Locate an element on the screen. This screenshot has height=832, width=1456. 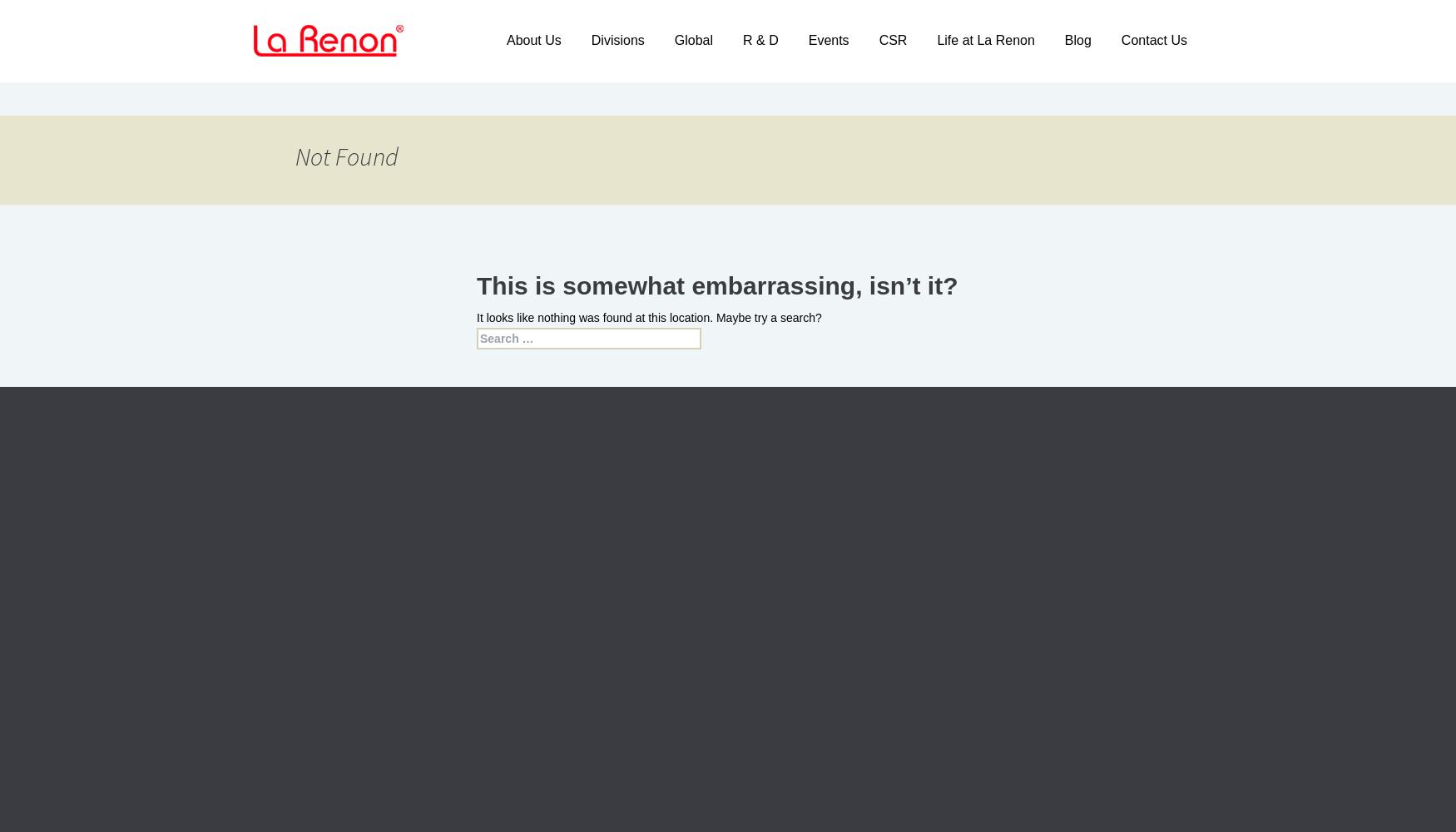
'Divisions' is located at coordinates (617, 40).